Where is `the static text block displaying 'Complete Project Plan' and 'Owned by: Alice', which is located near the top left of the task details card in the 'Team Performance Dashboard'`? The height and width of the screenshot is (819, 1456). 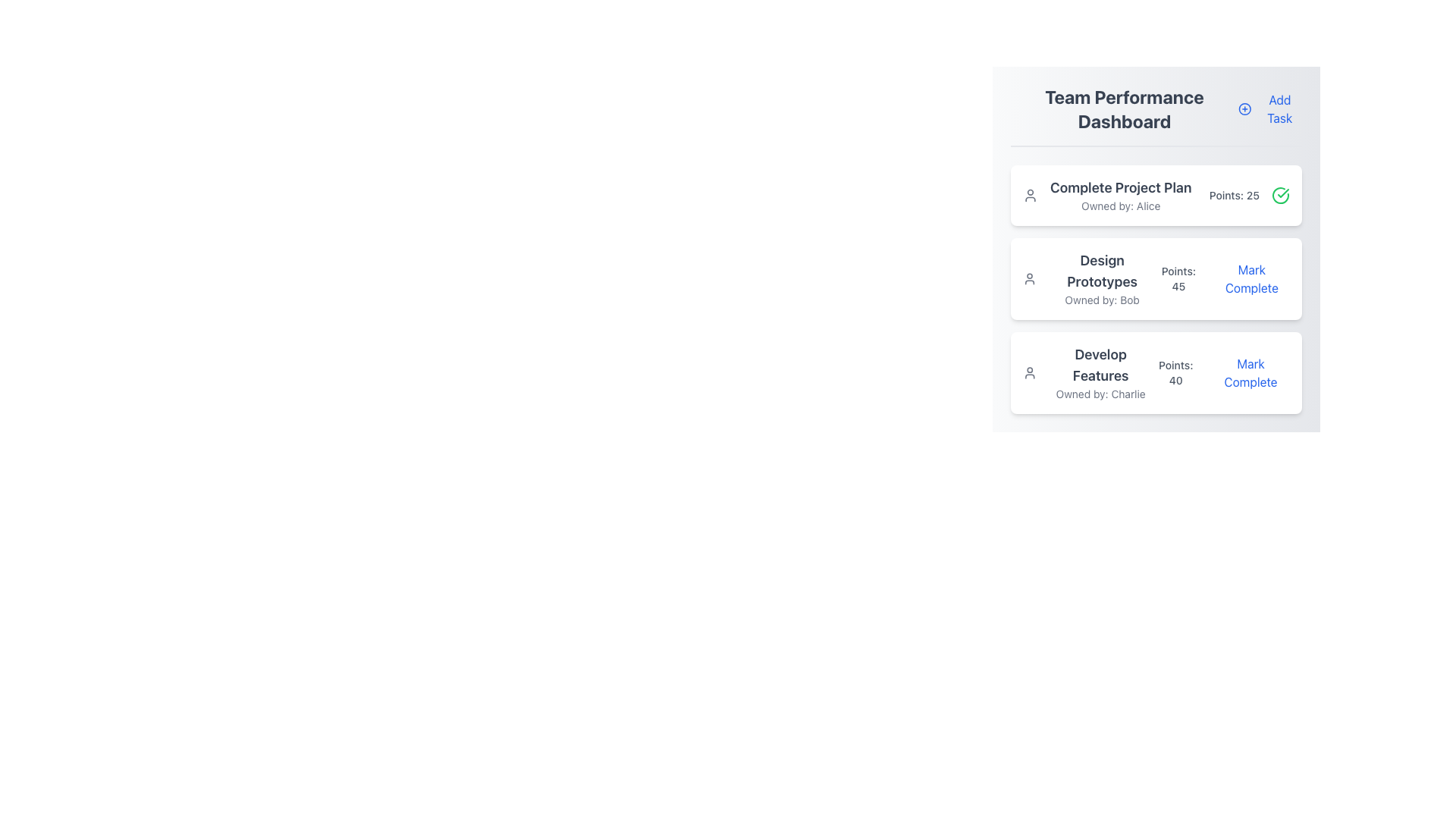 the static text block displaying 'Complete Project Plan' and 'Owned by: Alice', which is located near the top left of the task details card in the 'Team Performance Dashboard' is located at coordinates (1121, 195).